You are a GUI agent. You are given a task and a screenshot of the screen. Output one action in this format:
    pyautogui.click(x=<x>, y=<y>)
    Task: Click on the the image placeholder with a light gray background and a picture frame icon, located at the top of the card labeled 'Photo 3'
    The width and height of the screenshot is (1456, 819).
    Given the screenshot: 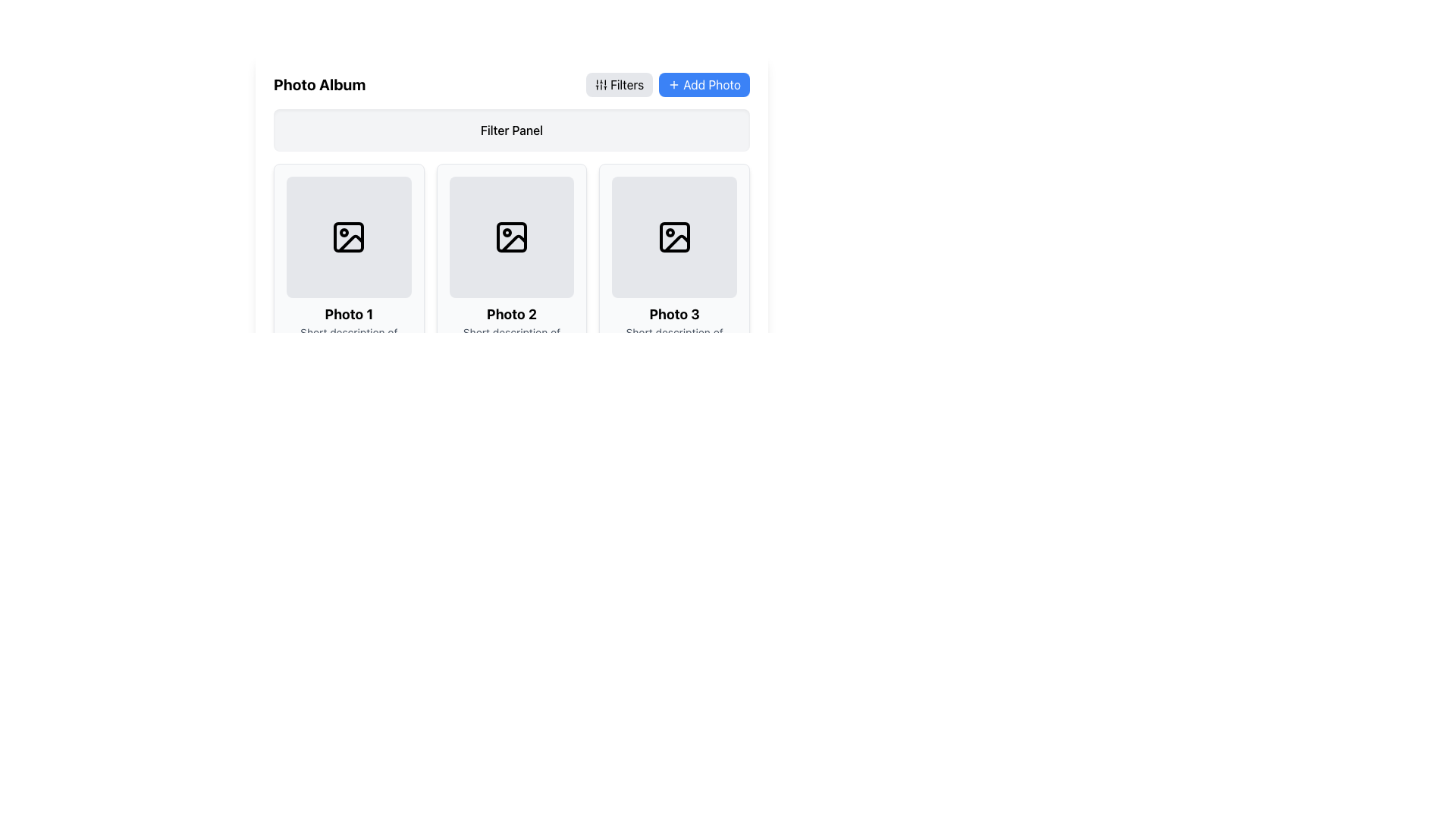 What is the action you would take?
    pyautogui.click(x=673, y=237)
    